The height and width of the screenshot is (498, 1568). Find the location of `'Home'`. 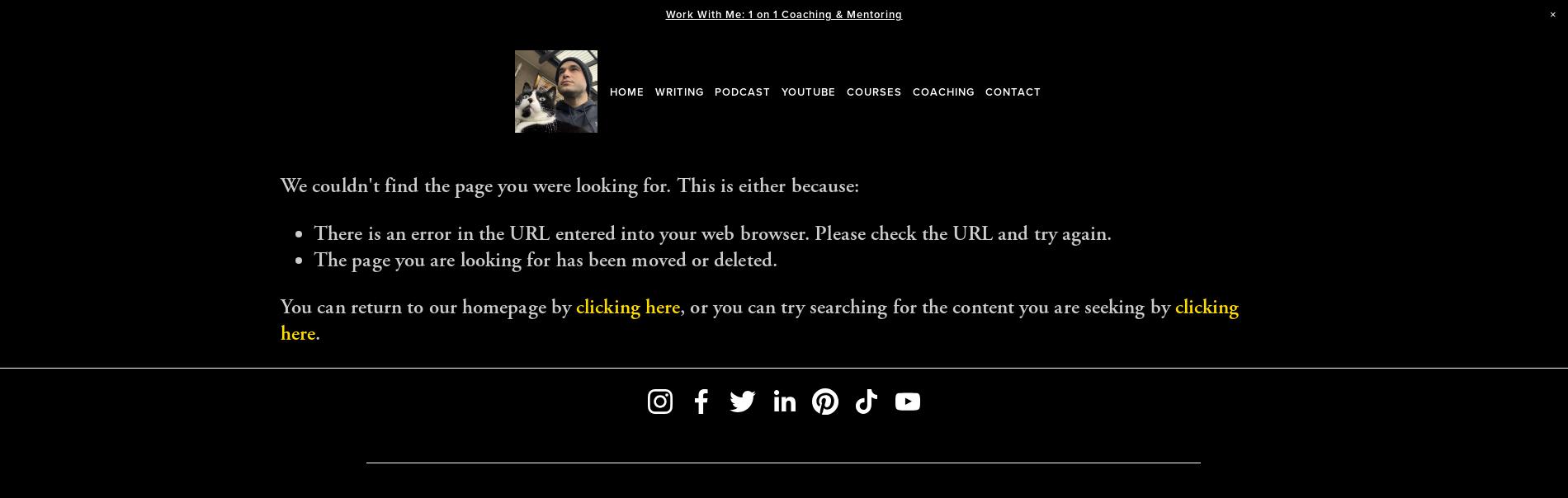

'Home' is located at coordinates (626, 91).